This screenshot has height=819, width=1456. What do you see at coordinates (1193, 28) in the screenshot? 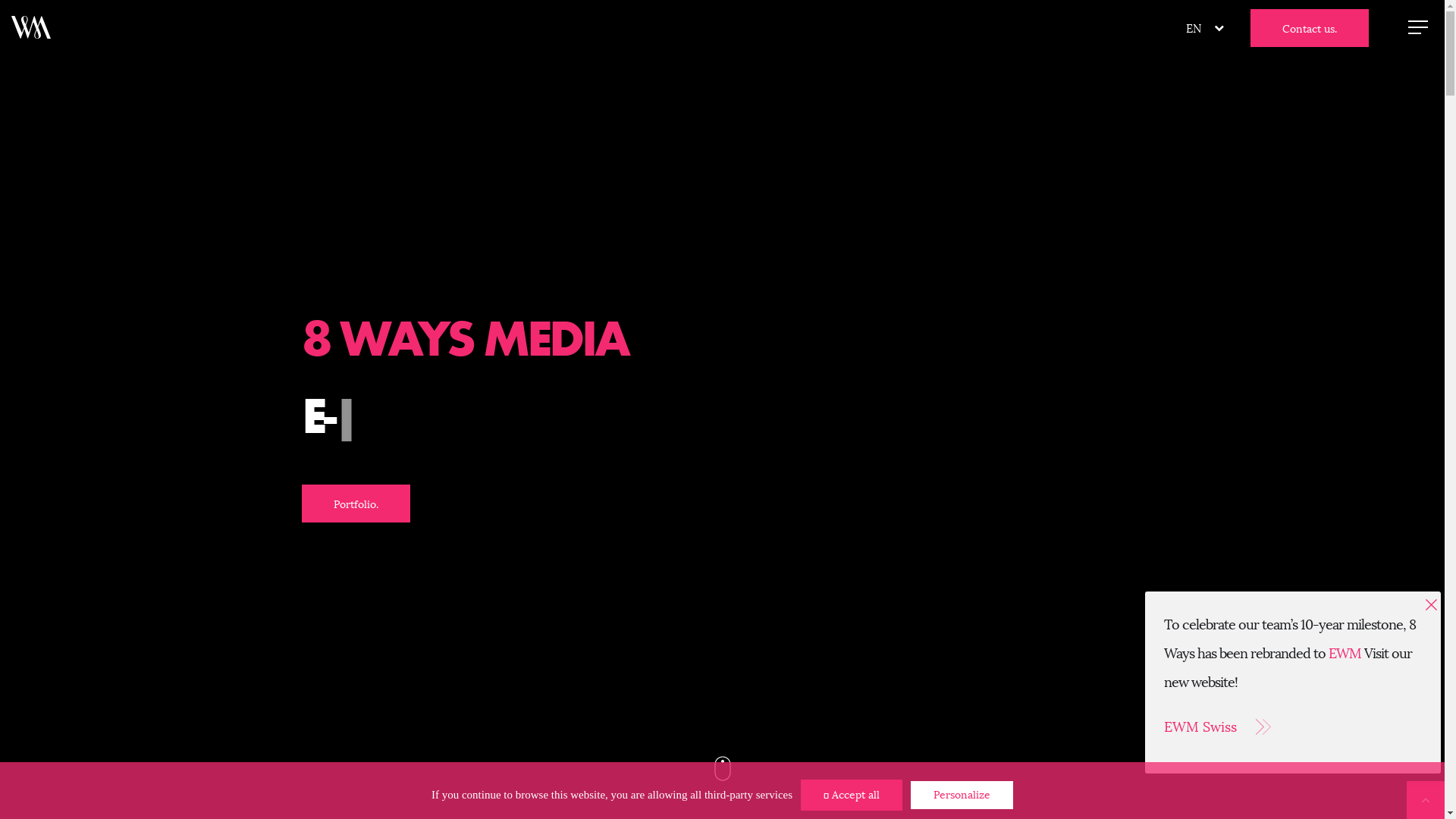
I see `'EN'` at bounding box center [1193, 28].